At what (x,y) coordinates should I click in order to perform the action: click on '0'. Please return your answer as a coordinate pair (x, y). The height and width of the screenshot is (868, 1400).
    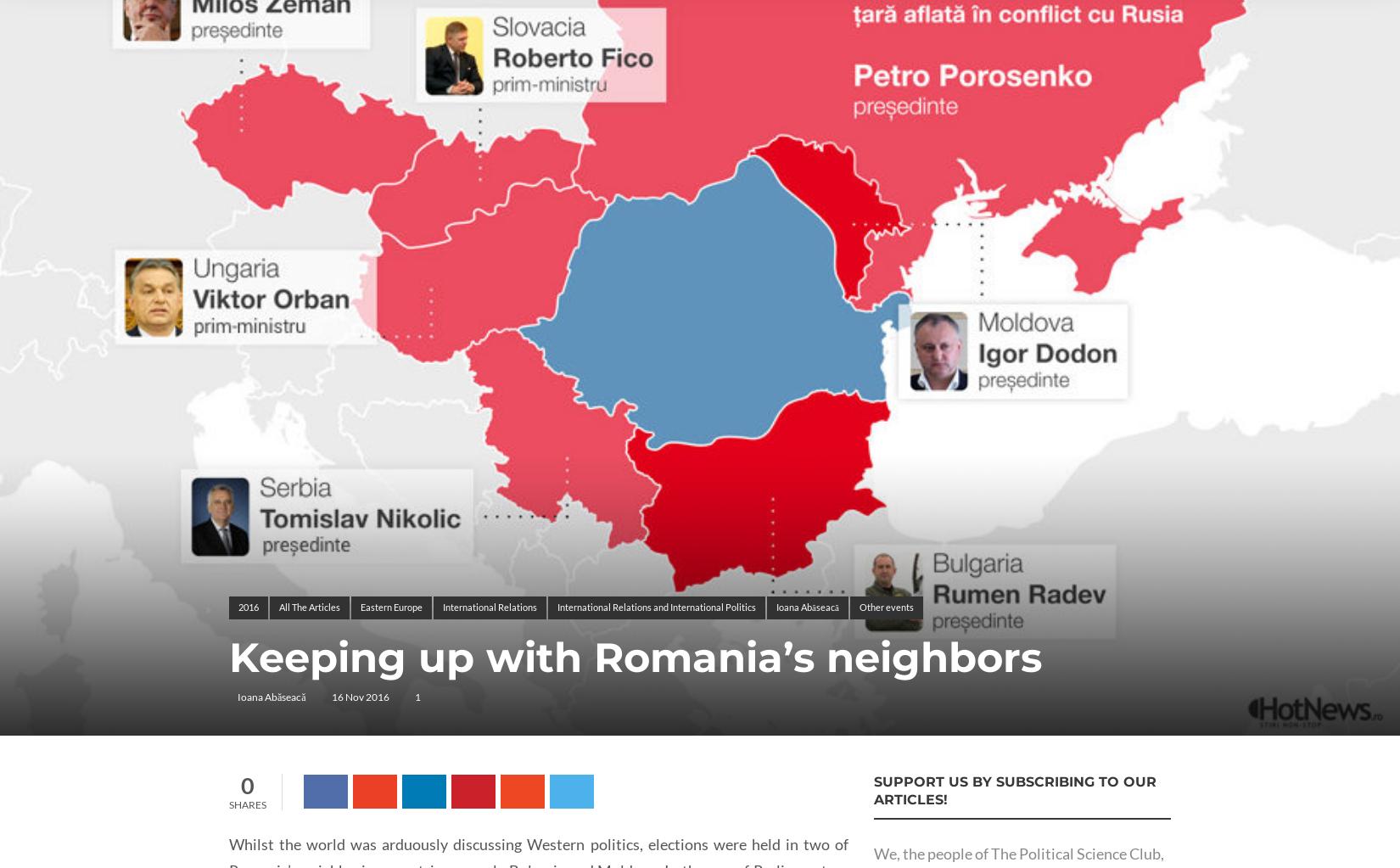
    Looking at the image, I should click on (248, 784).